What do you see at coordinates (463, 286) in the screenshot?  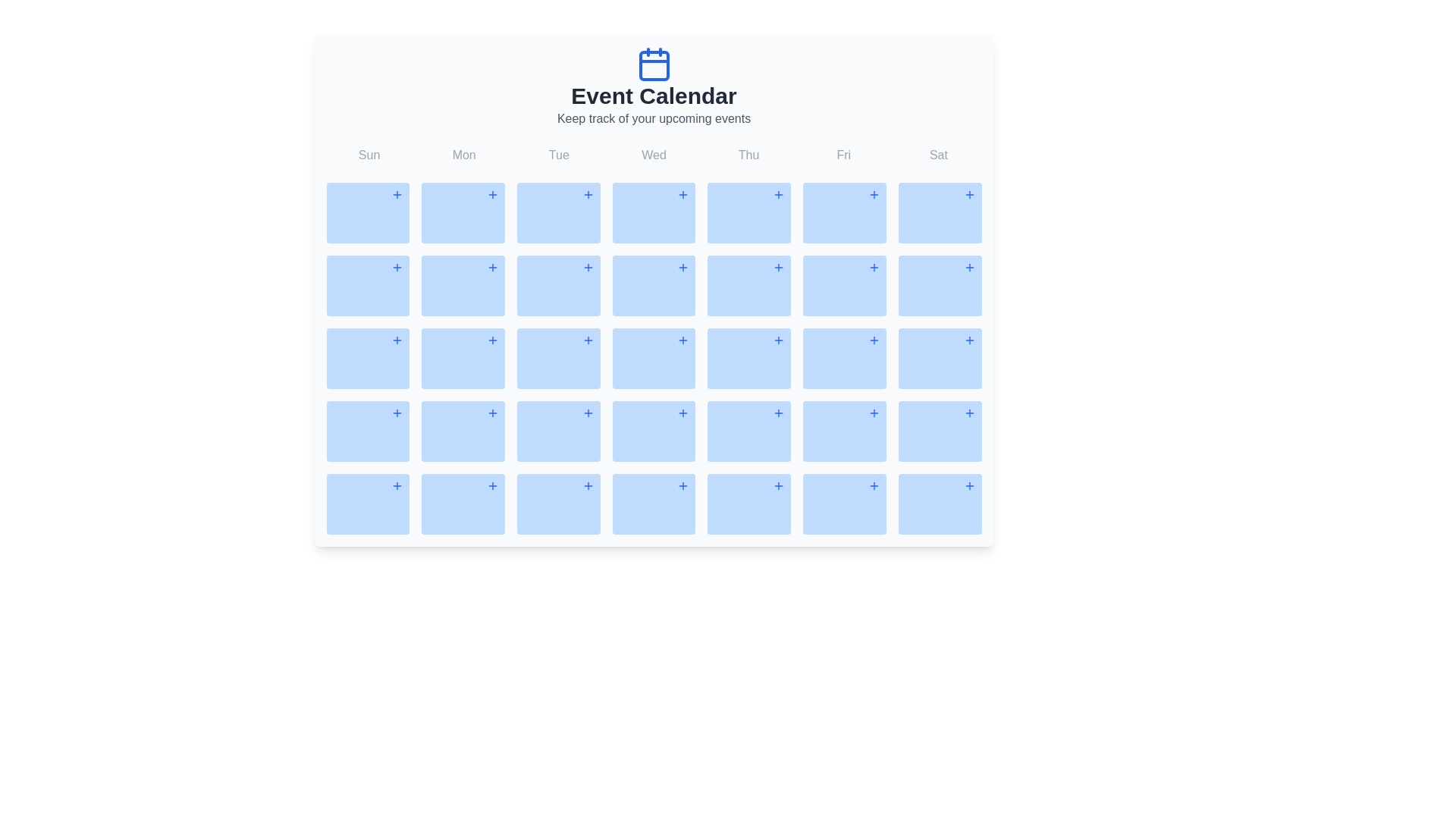 I see `the interactive calendar cell with a light blue background and a '+' symbol in the top-right corner` at bounding box center [463, 286].